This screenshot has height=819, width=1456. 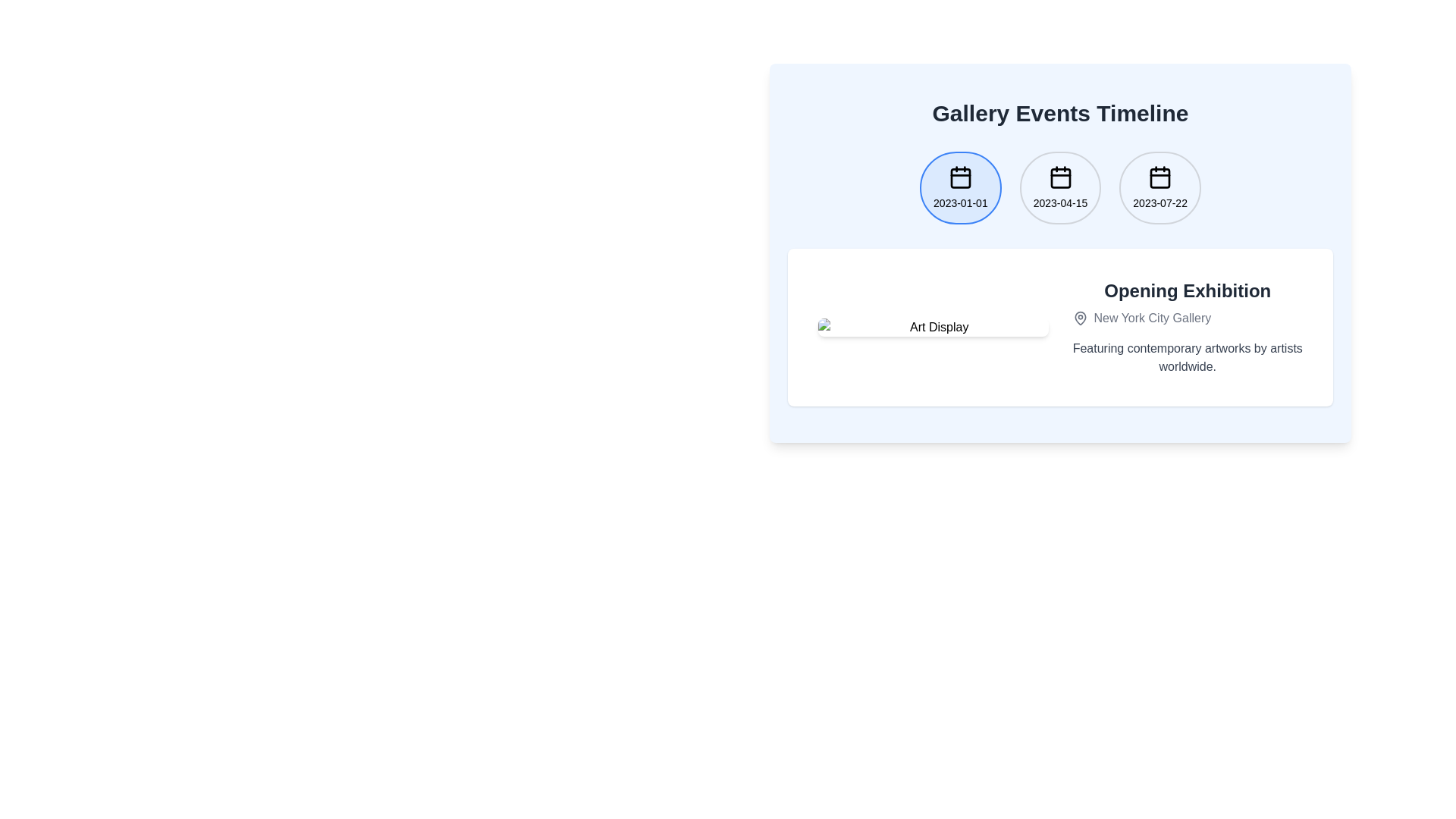 I want to click on text label 'New York City Gallery' that provides location information related to the event details, so click(x=1152, y=318).